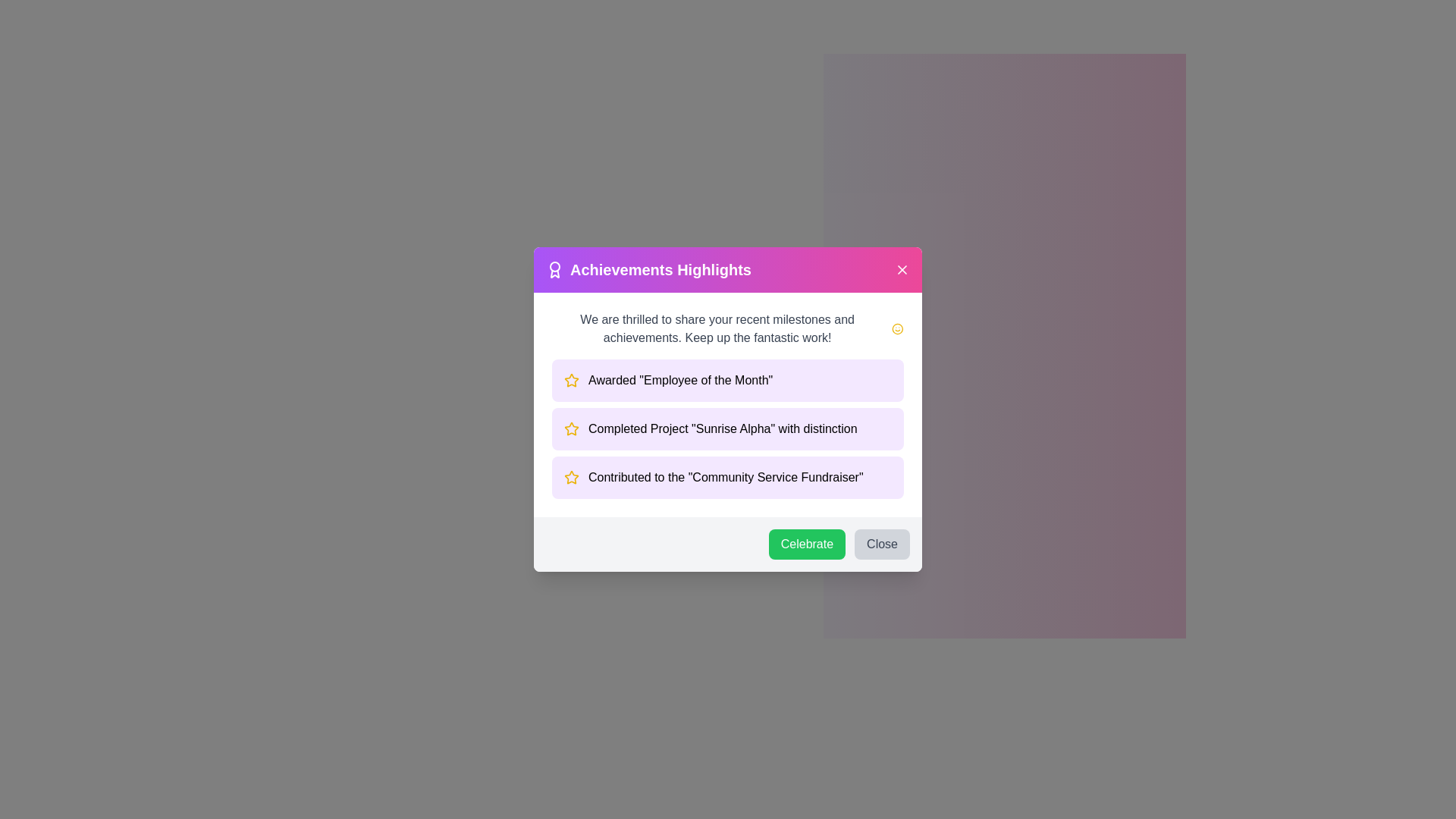  What do you see at coordinates (648, 268) in the screenshot?
I see `the title text block with a decorative icon that informs users about the purpose of the dialog displaying highlighted achievements` at bounding box center [648, 268].